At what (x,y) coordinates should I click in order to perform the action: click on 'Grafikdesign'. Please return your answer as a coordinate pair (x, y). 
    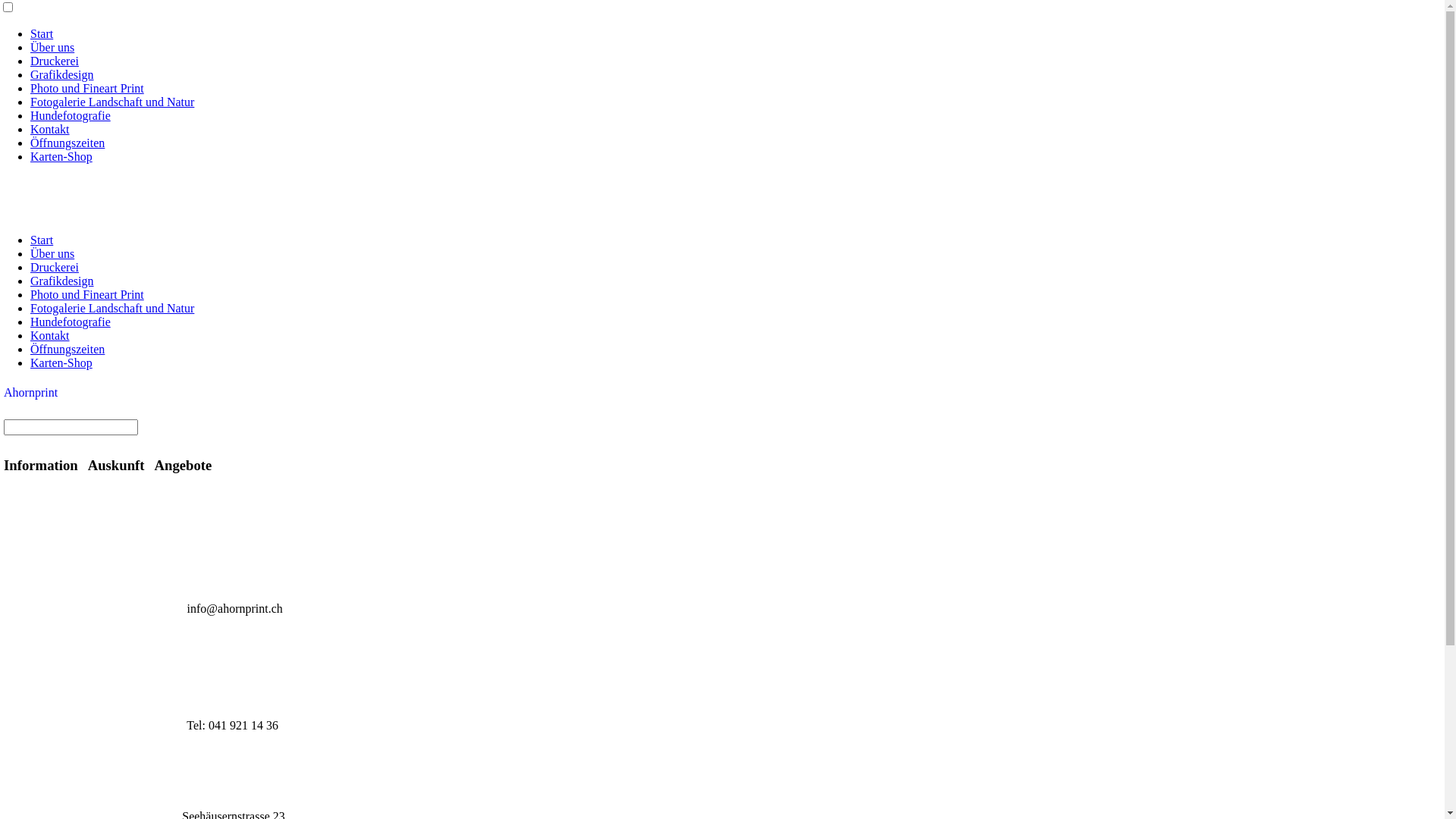
    Looking at the image, I should click on (61, 281).